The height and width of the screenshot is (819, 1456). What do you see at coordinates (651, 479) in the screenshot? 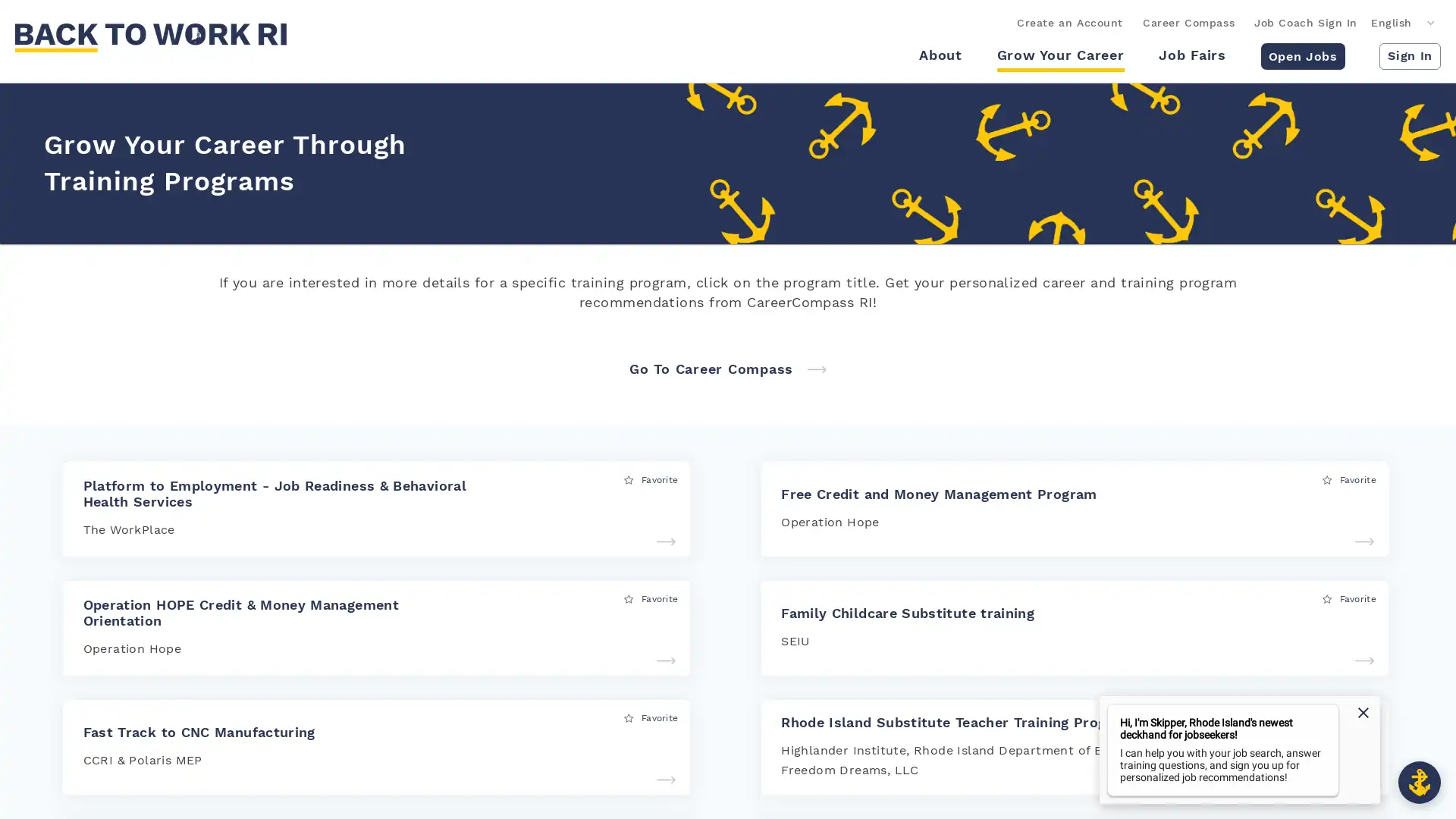
I see `not favorite Favorite` at bounding box center [651, 479].